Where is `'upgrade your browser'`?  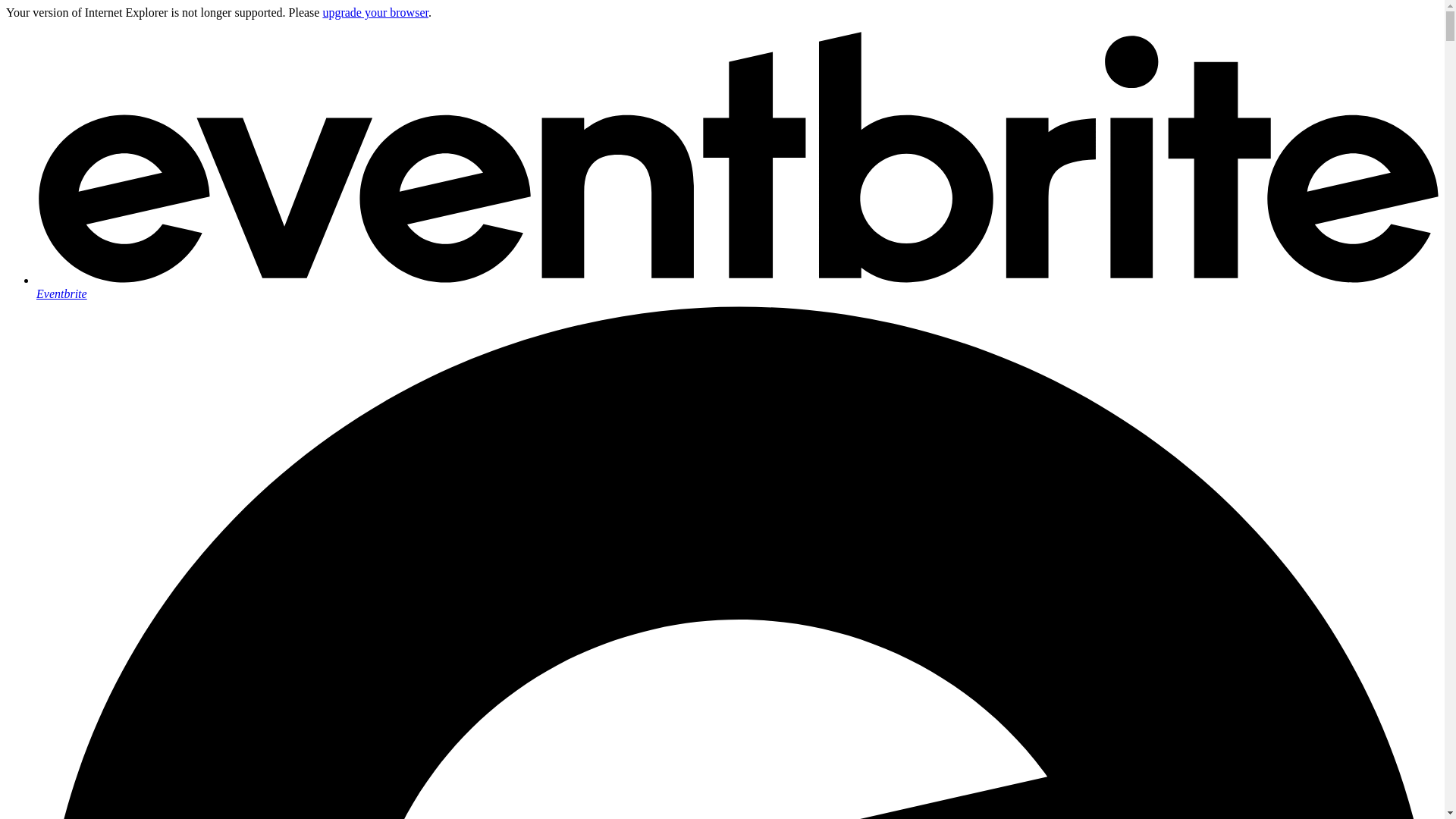 'upgrade your browser' is located at coordinates (375, 12).